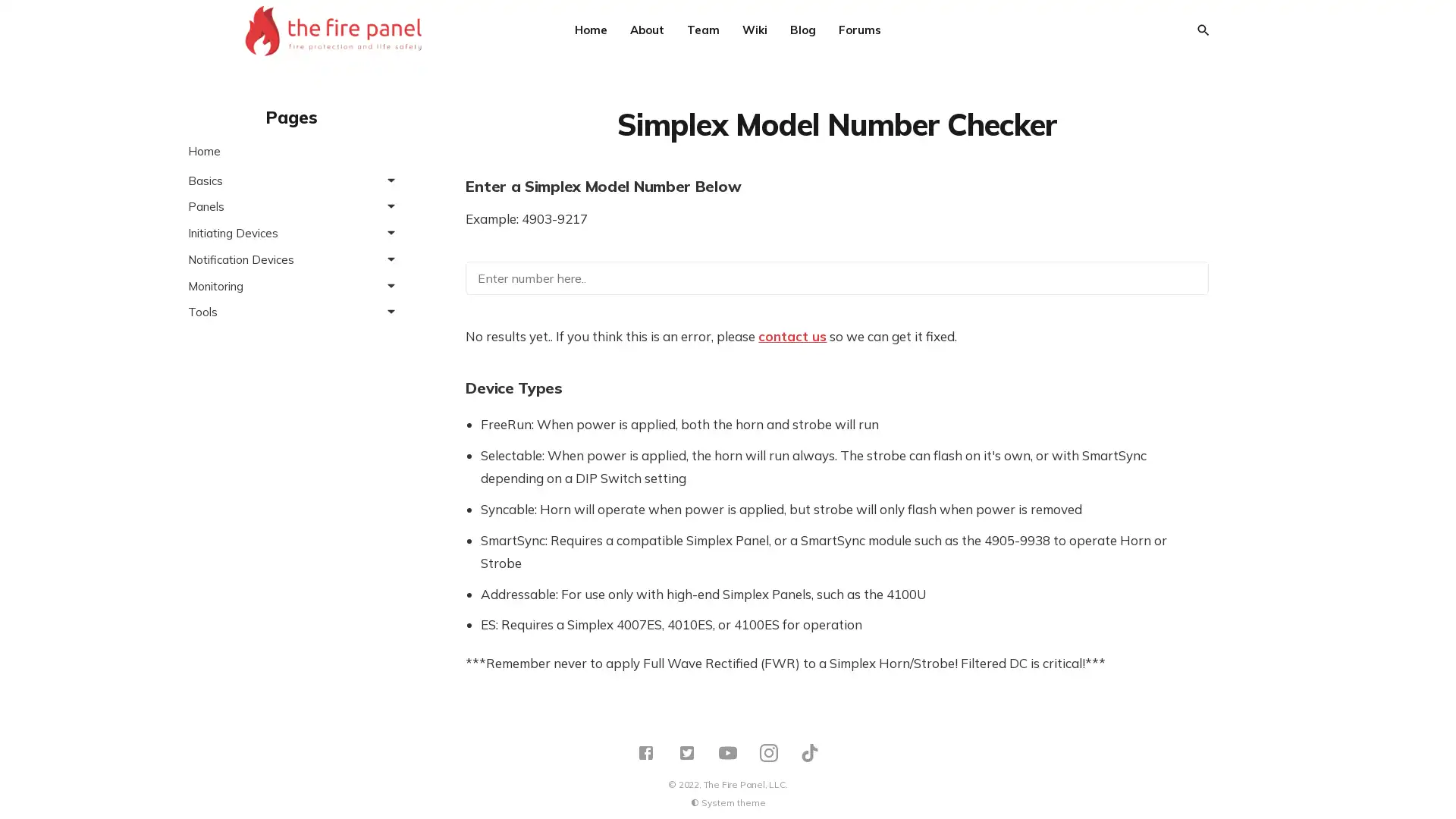 The width and height of the screenshot is (1456, 819). What do you see at coordinates (291, 233) in the screenshot?
I see `Initiating Devices` at bounding box center [291, 233].